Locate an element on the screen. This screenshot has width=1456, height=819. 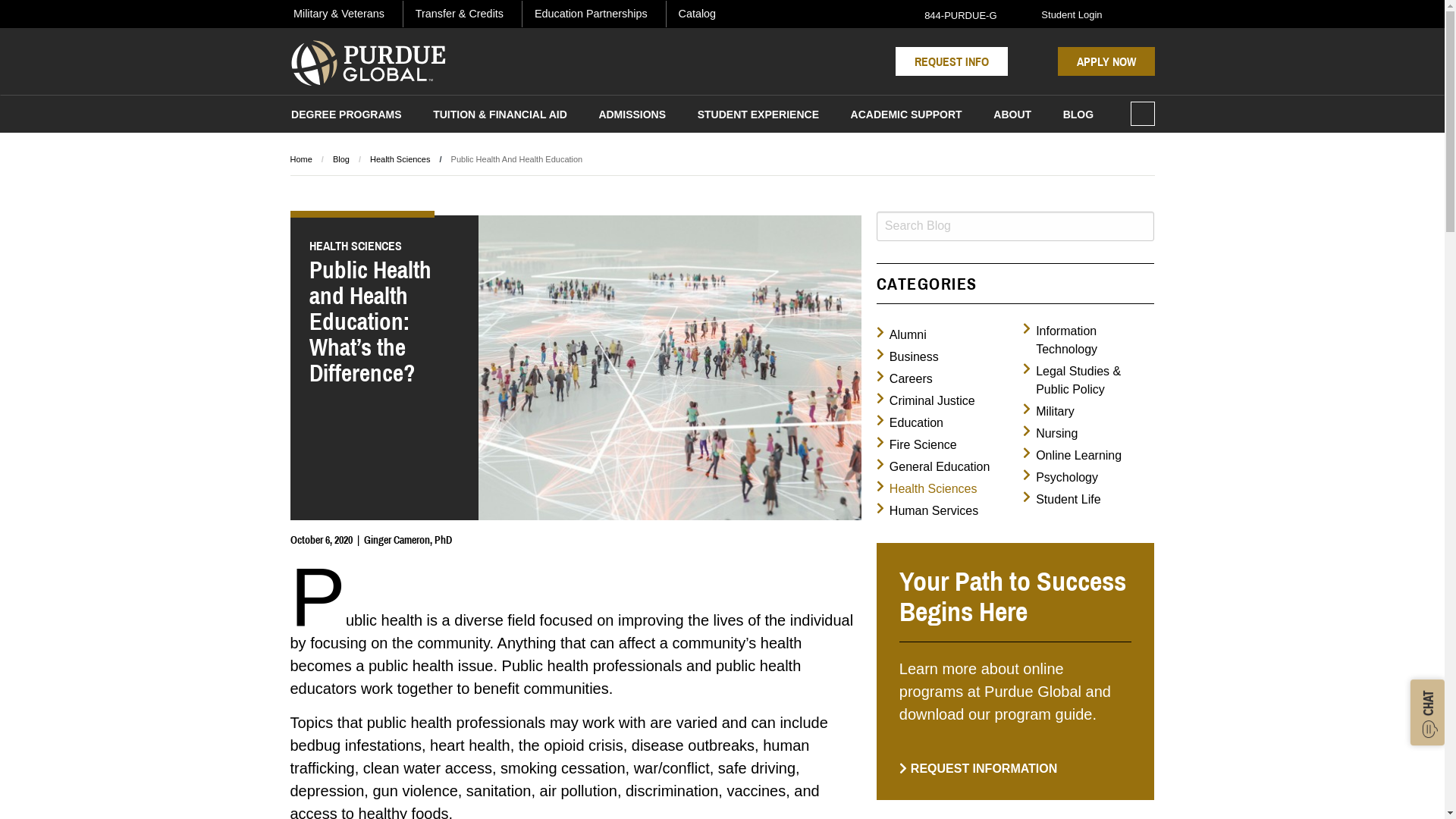
'Information Technology' is located at coordinates (1022, 339).